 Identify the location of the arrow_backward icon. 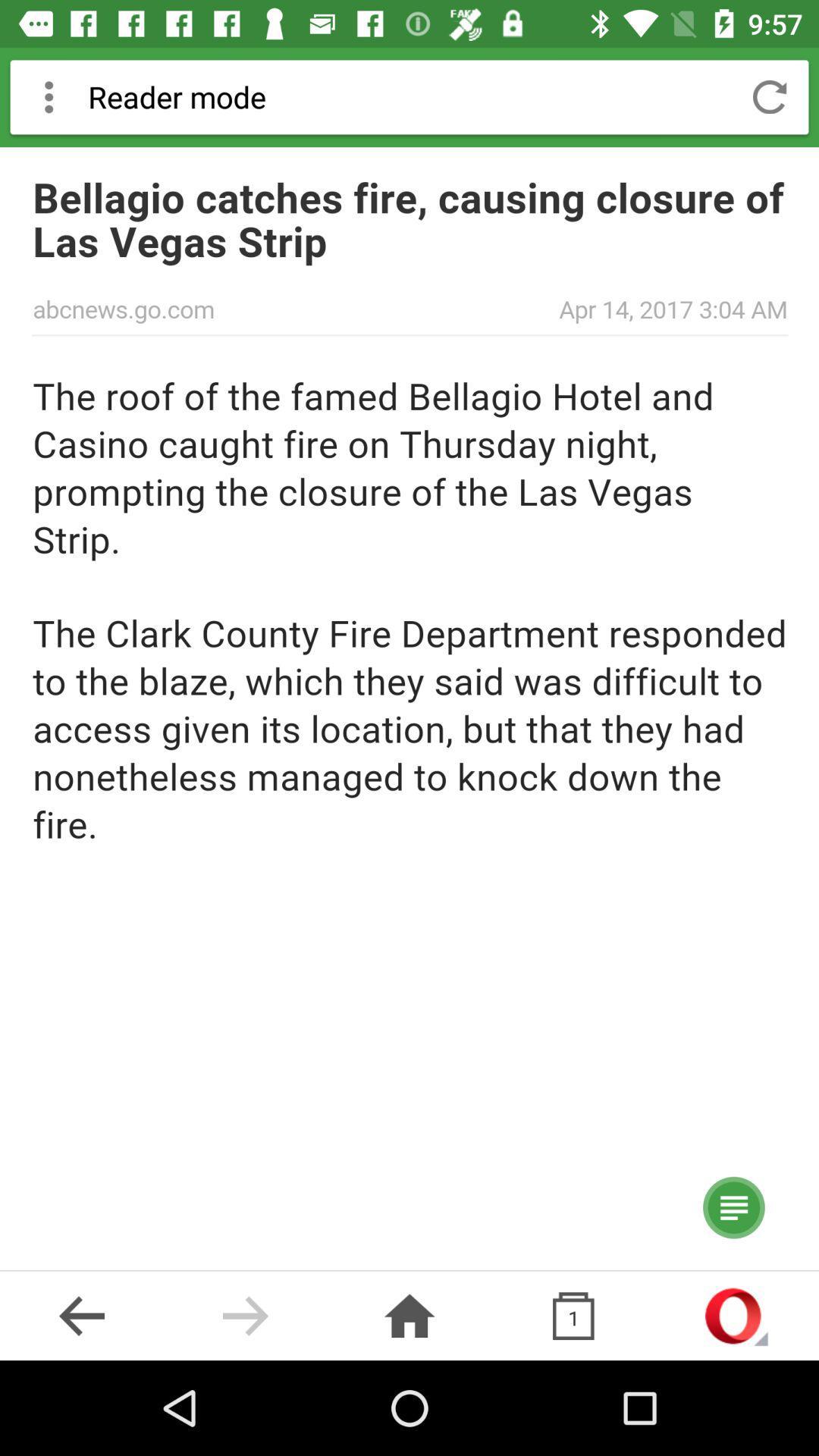
(82, 1315).